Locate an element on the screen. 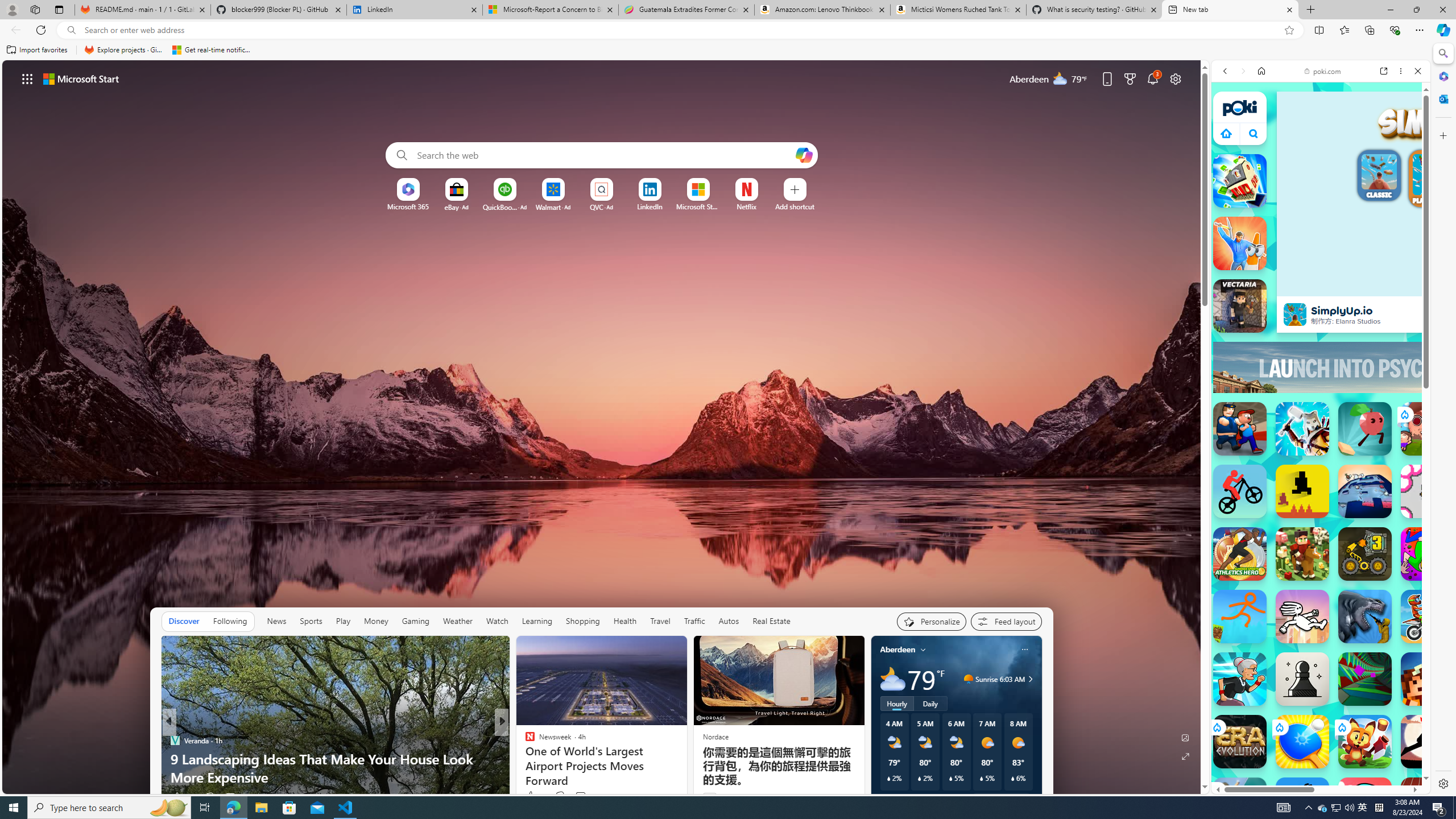 The height and width of the screenshot is (819, 1456). '100 Metres Race' is located at coordinates (1428, 804).